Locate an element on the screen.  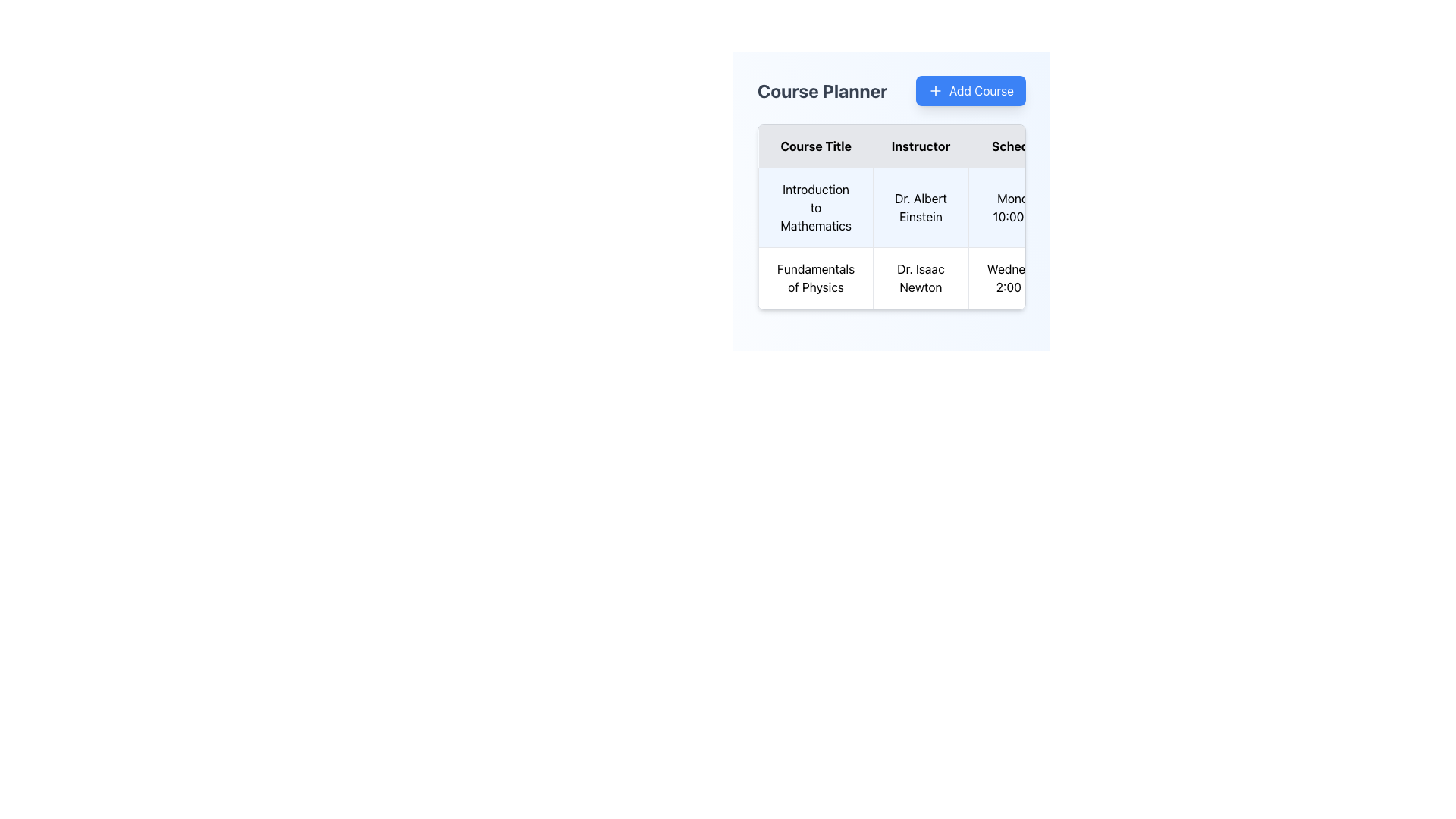
the text field displaying the title 'Fundamentals of Physics', which is styled with black text on a white background and is located in the second row of a table under the column 'Course Title' is located at coordinates (815, 278).